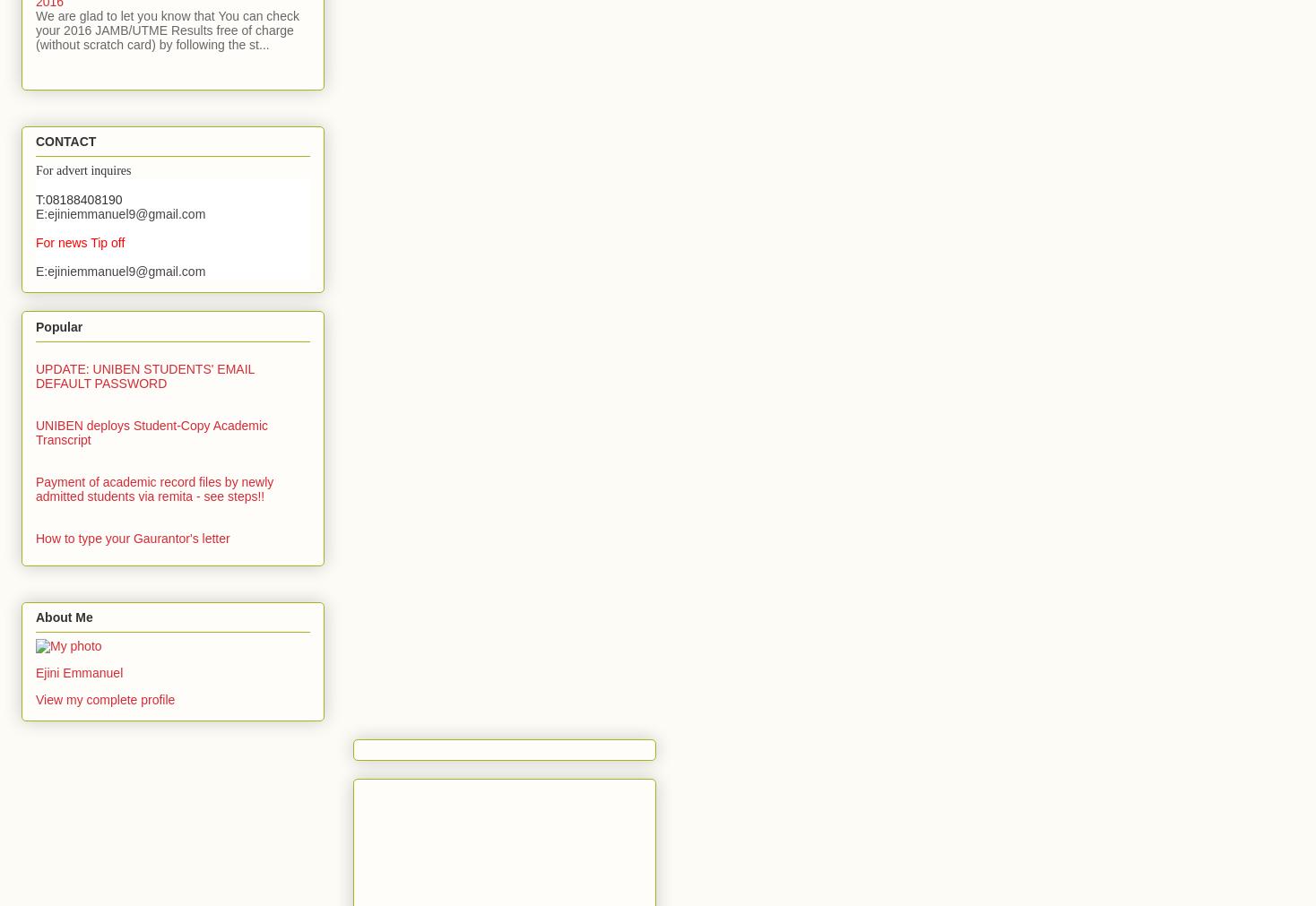 The image size is (1316, 906). I want to click on 'How to type your Gaurantor's letter', so click(131, 538).